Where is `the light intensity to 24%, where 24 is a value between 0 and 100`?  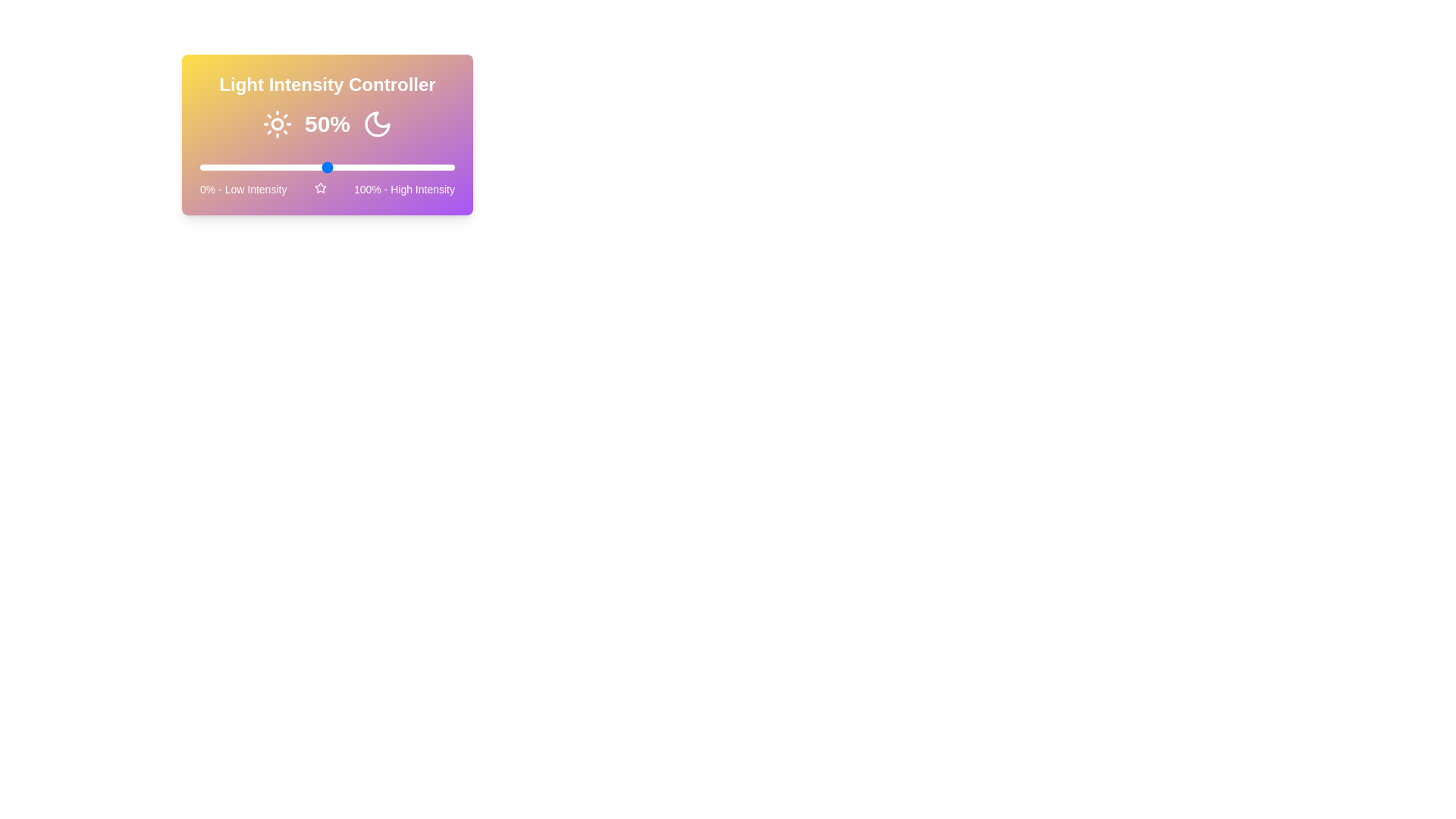
the light intensity to 24%, where 24 is a value between 0 and 100 is located at coordinates (261, 167).